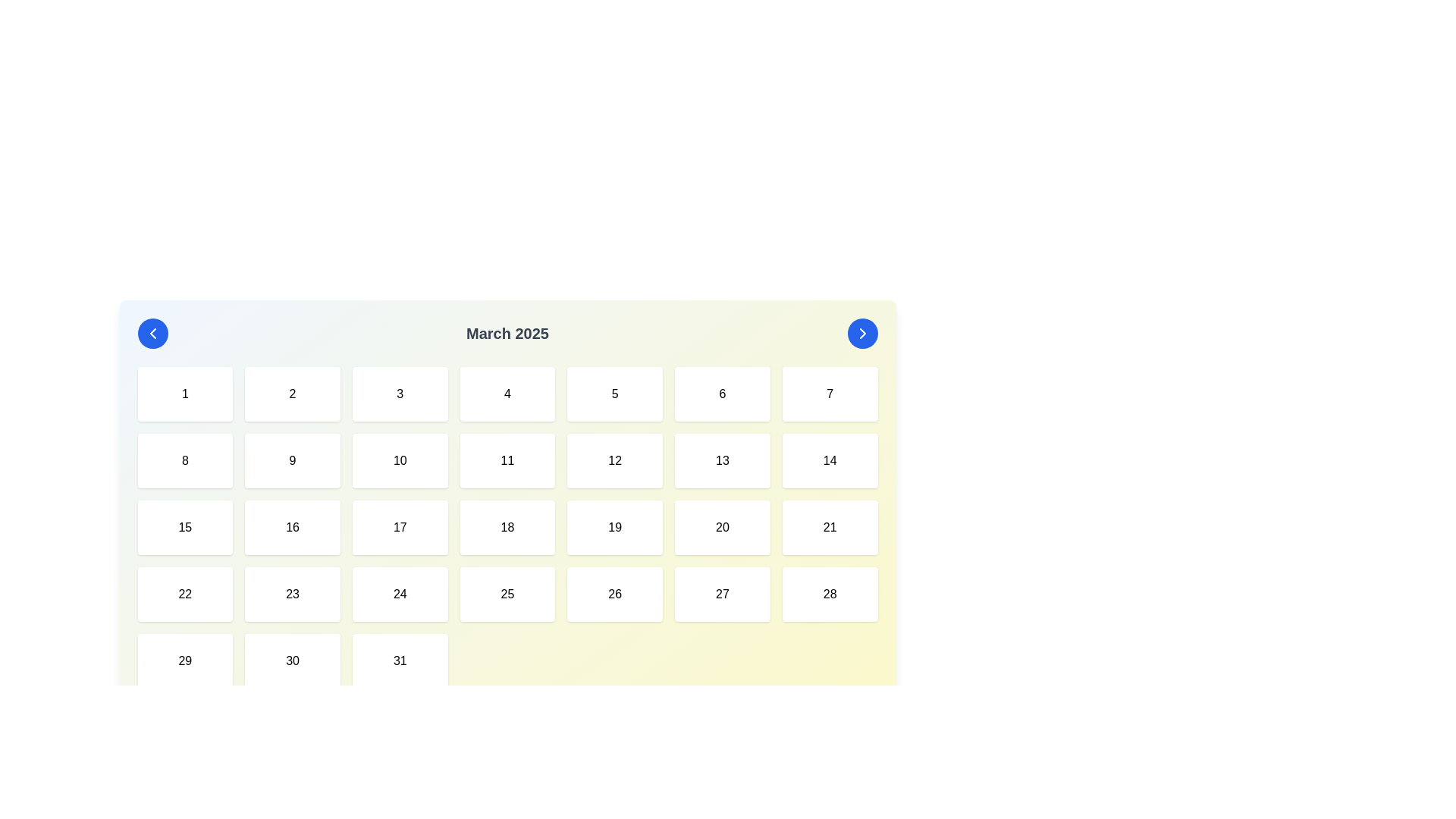 The width and height of the screenshot is (1456, 819). I want to click on the clickable calendar day box representing the 7th day, located in the first row of the grid layout, adjacent to the '6' box on the left, so click(829, 394).